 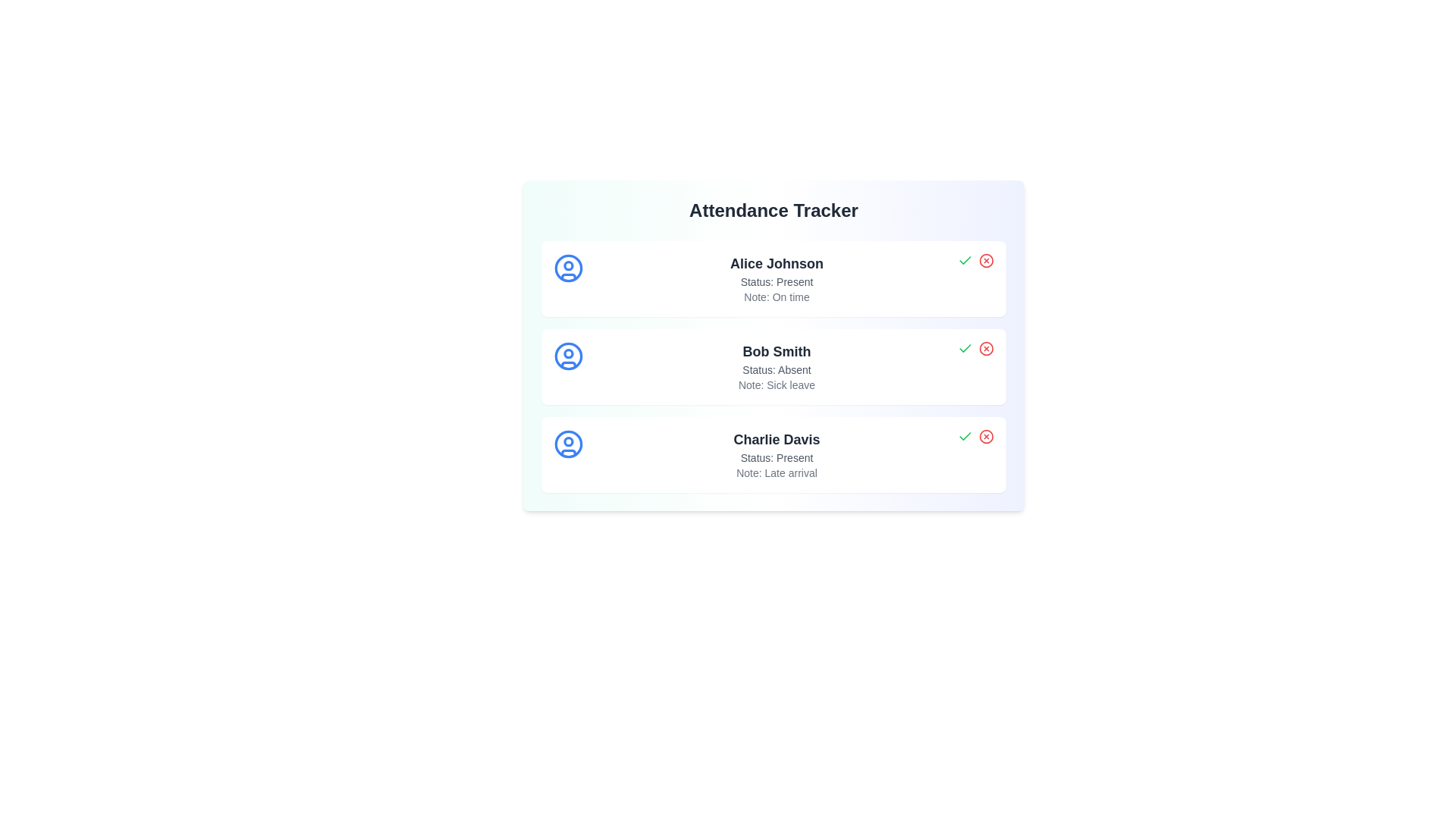 What do you see at coordinates (986, 259) in the screenshot?
I see `'Mark Absent' button for the user Alice Johnson` at bounding box center [986, 259].